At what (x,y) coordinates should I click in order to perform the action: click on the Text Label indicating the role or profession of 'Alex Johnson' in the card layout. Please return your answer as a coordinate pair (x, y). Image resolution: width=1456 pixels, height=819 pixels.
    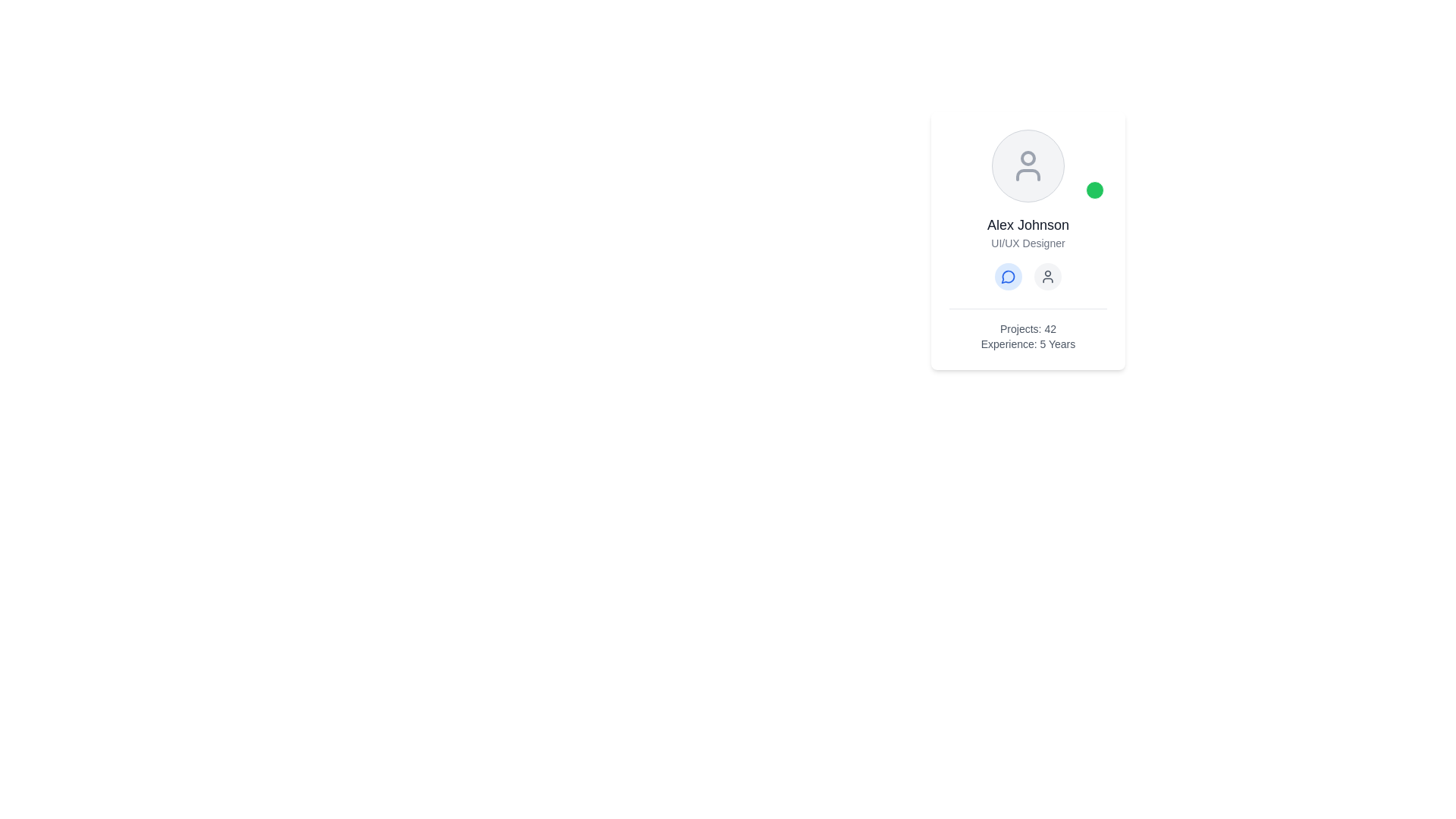
    Looking at the image, I should click on (1028, 242).